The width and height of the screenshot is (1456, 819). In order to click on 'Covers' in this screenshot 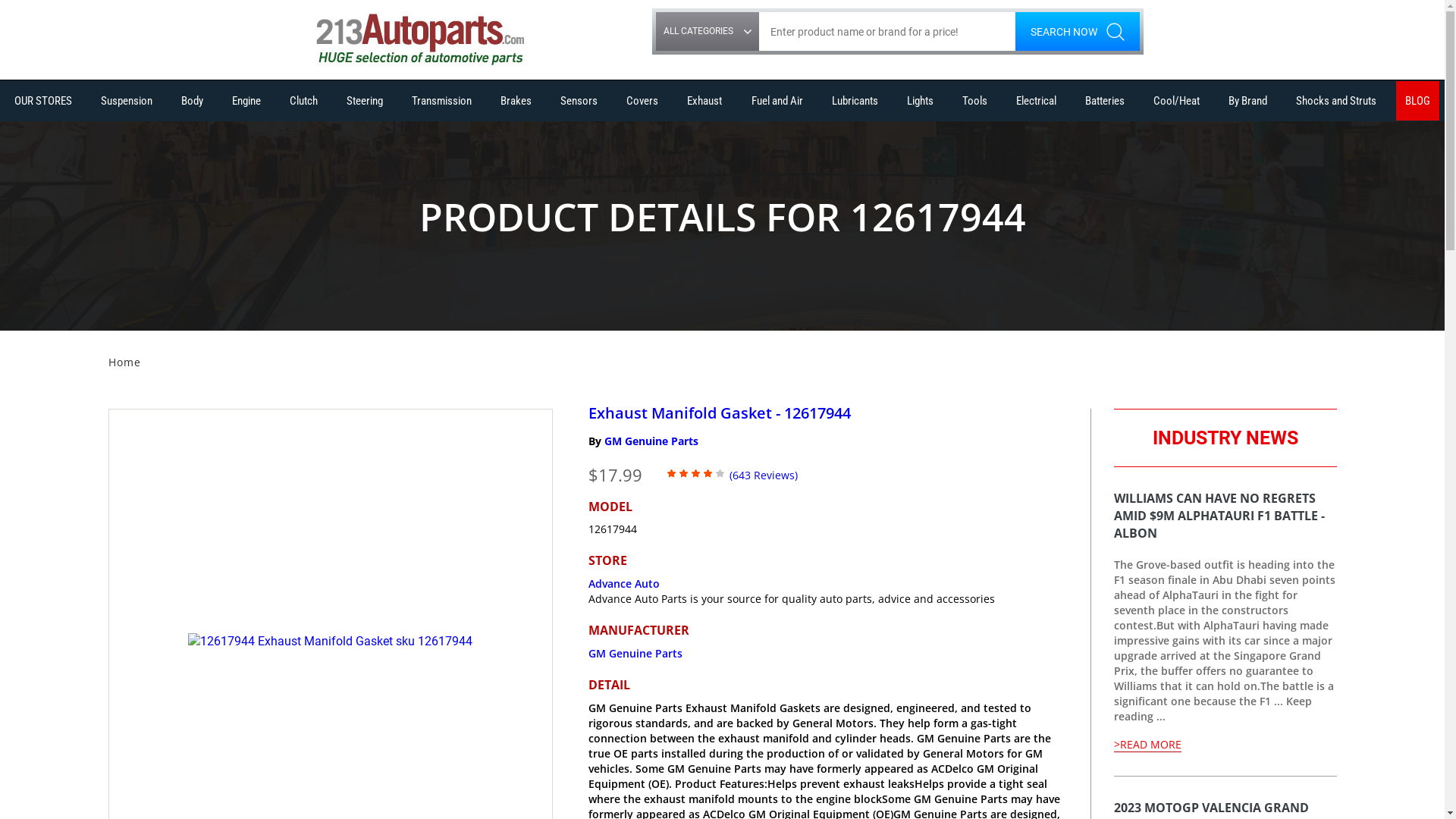, I will do `click(617, 100)`.